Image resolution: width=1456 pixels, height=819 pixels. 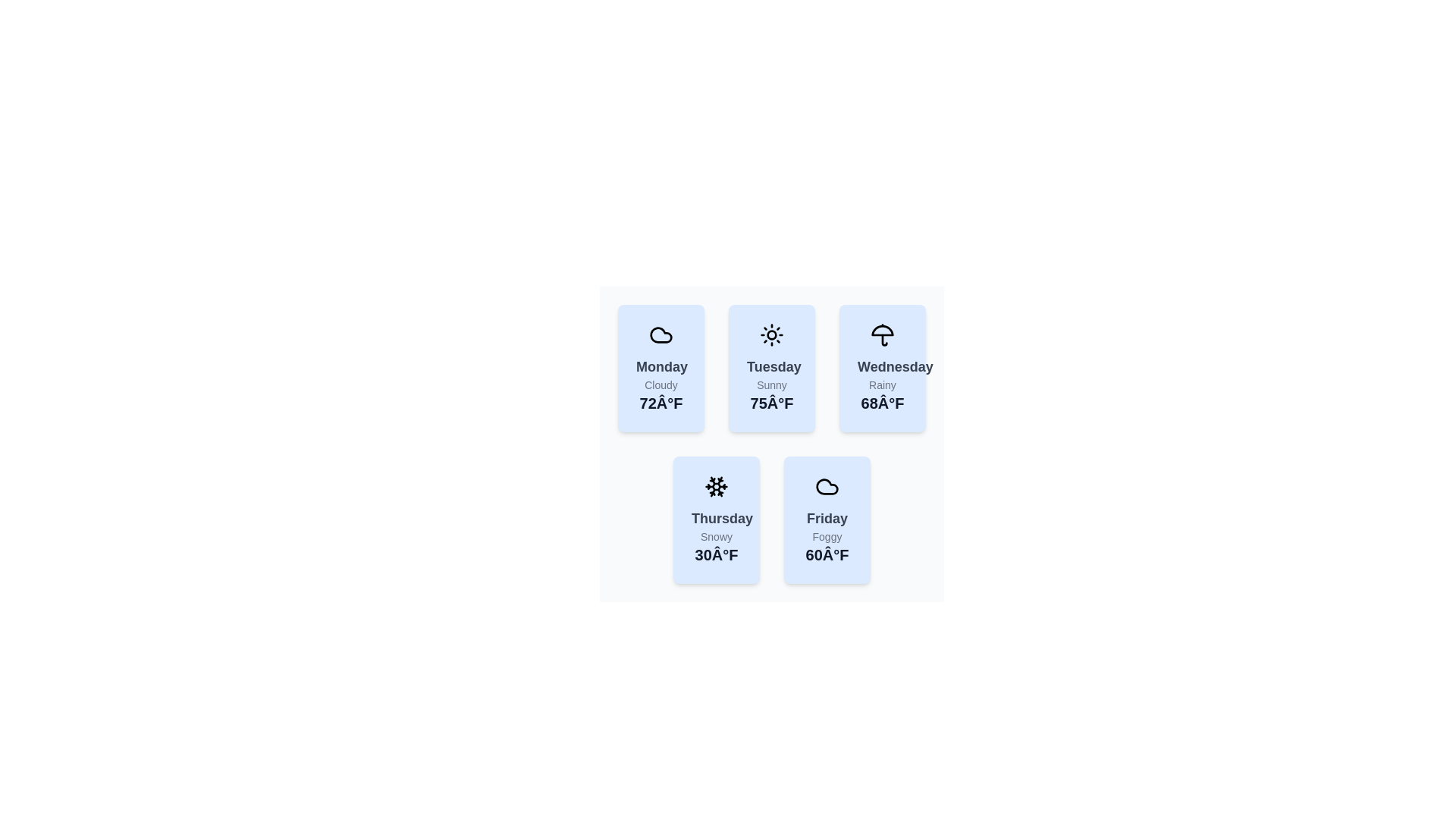 What do you see at coordinates (771, 369) in the screenshot?
I see `weather information from the informational card with a light blue background, displaying 'Tuesday', 'Sunny', and '75°F' in the second column of the first row of the grid` at bounding box center [771, 369].